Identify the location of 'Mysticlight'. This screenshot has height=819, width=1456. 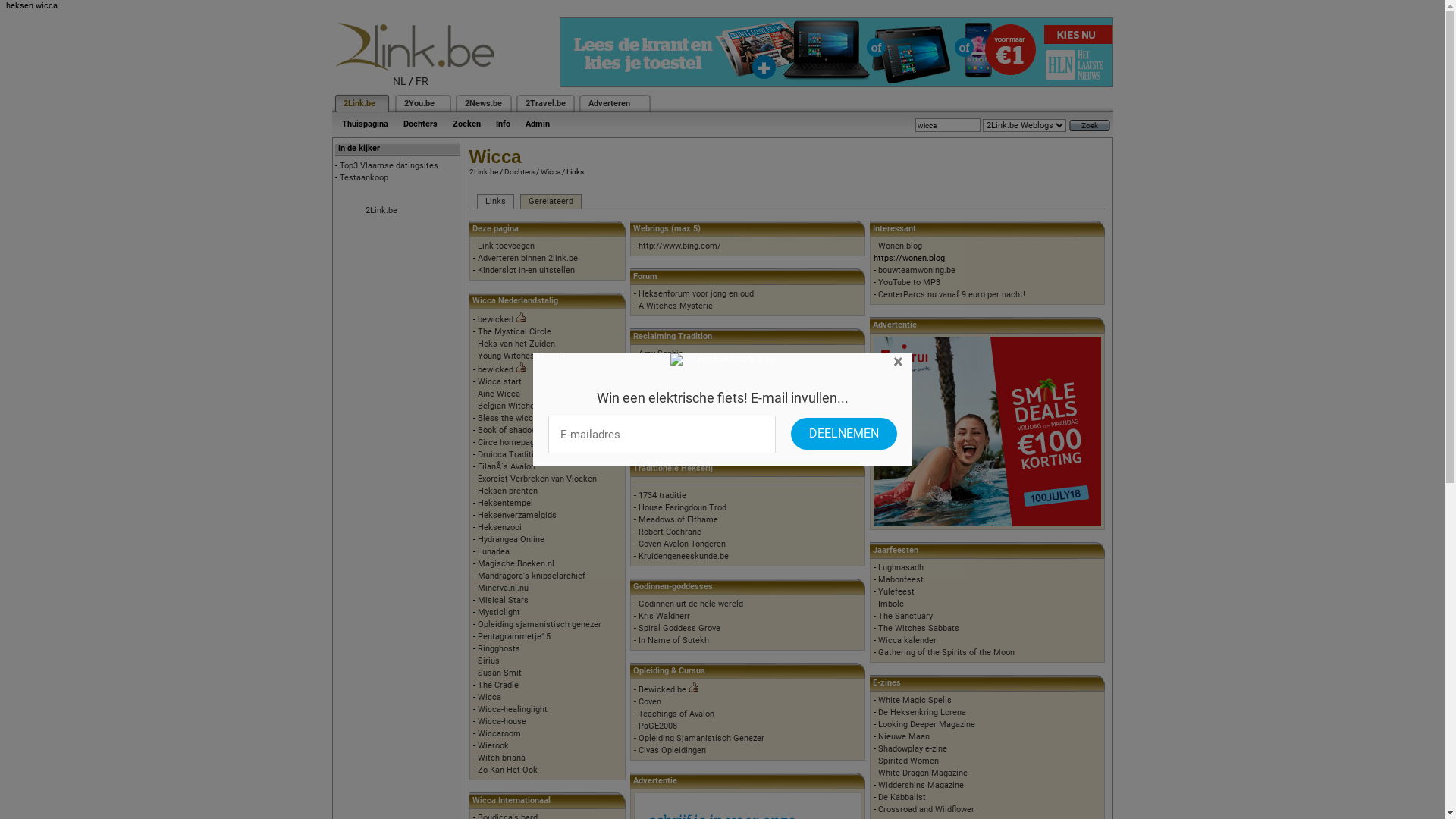
(476, 611).